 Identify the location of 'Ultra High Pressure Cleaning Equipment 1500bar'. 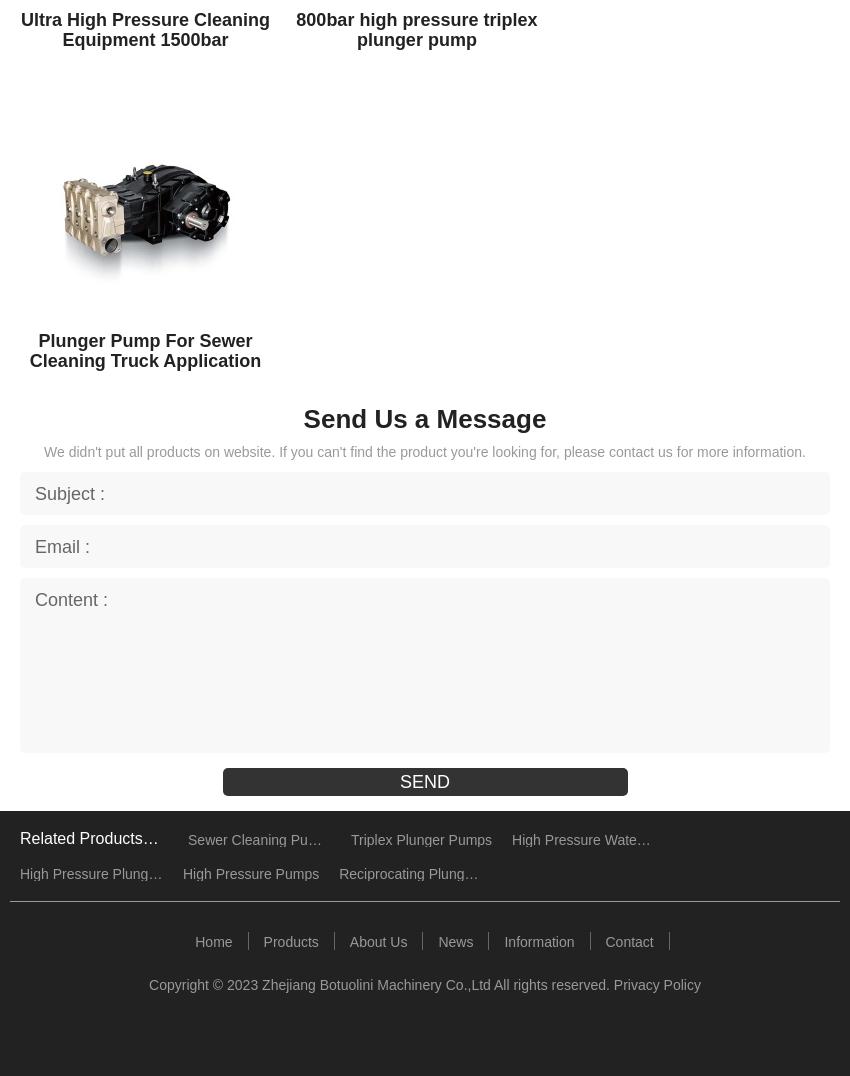
(145, 28).